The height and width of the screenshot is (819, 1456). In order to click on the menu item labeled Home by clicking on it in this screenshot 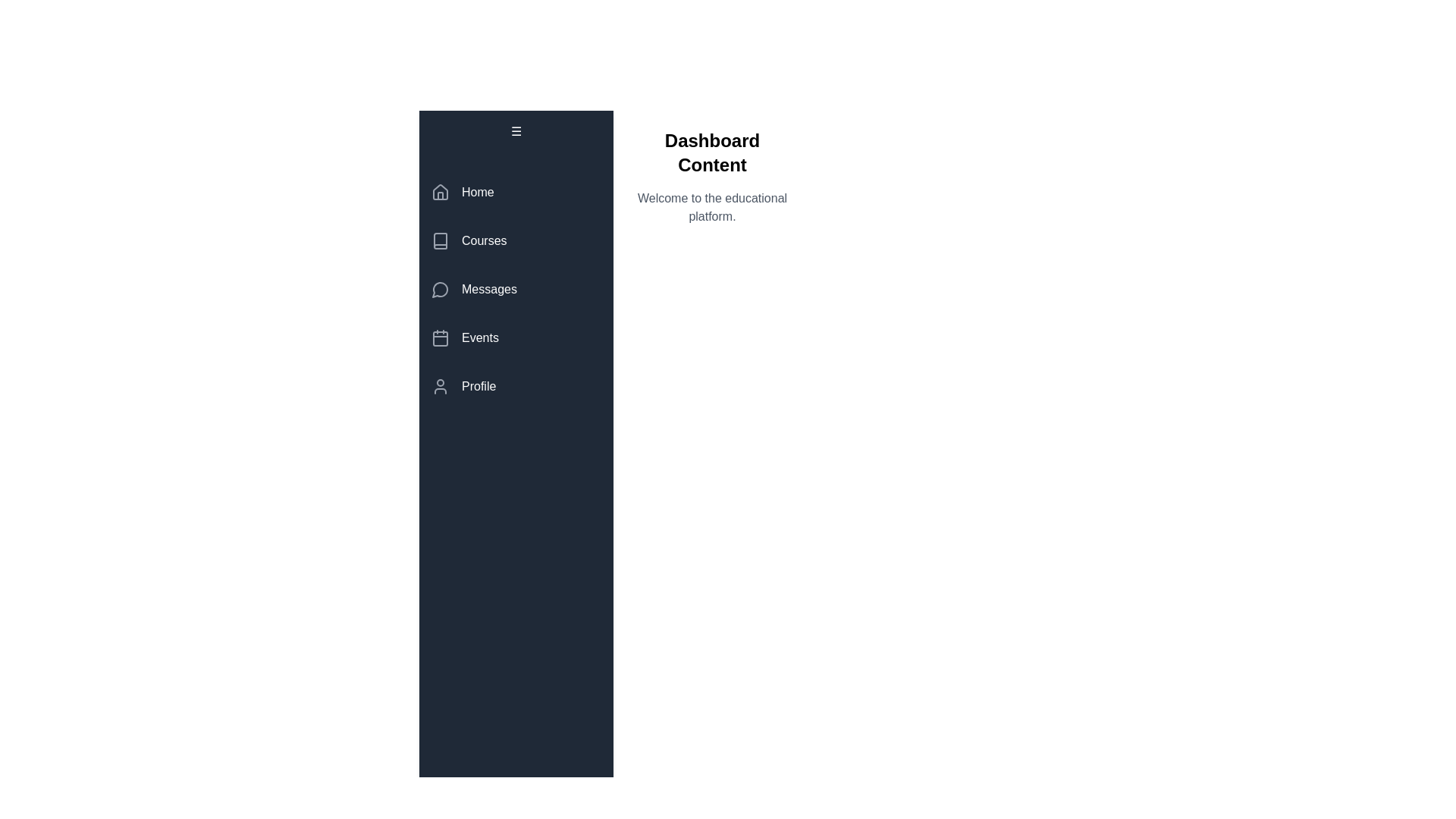, I will do `click(516, 192)`.